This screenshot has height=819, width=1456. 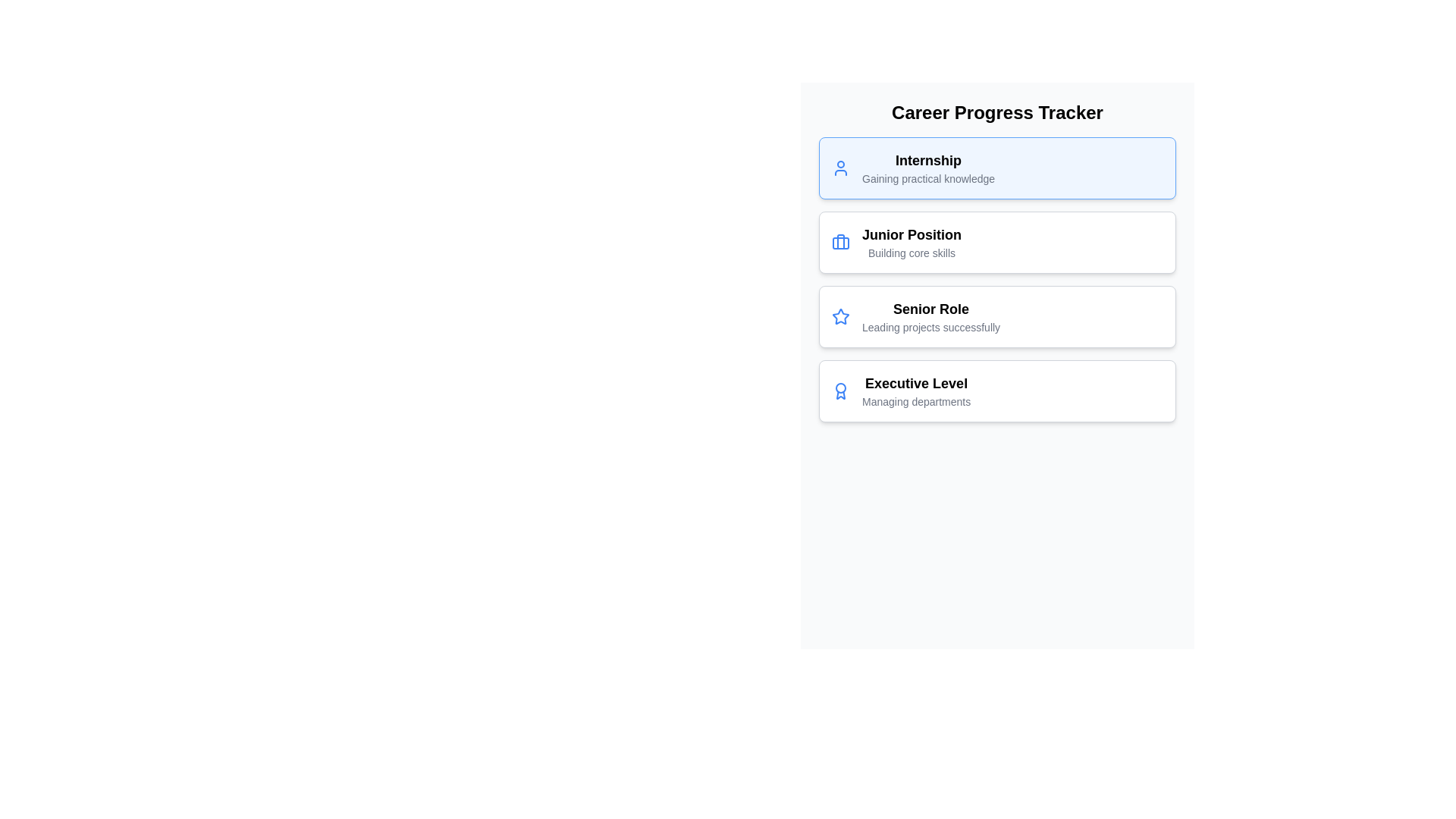 I want to click on the blue award icon with a circular center and decorative details, located within the 'Executive Level' card, positioned to the left of its textual content, so click(x=839, y=391).